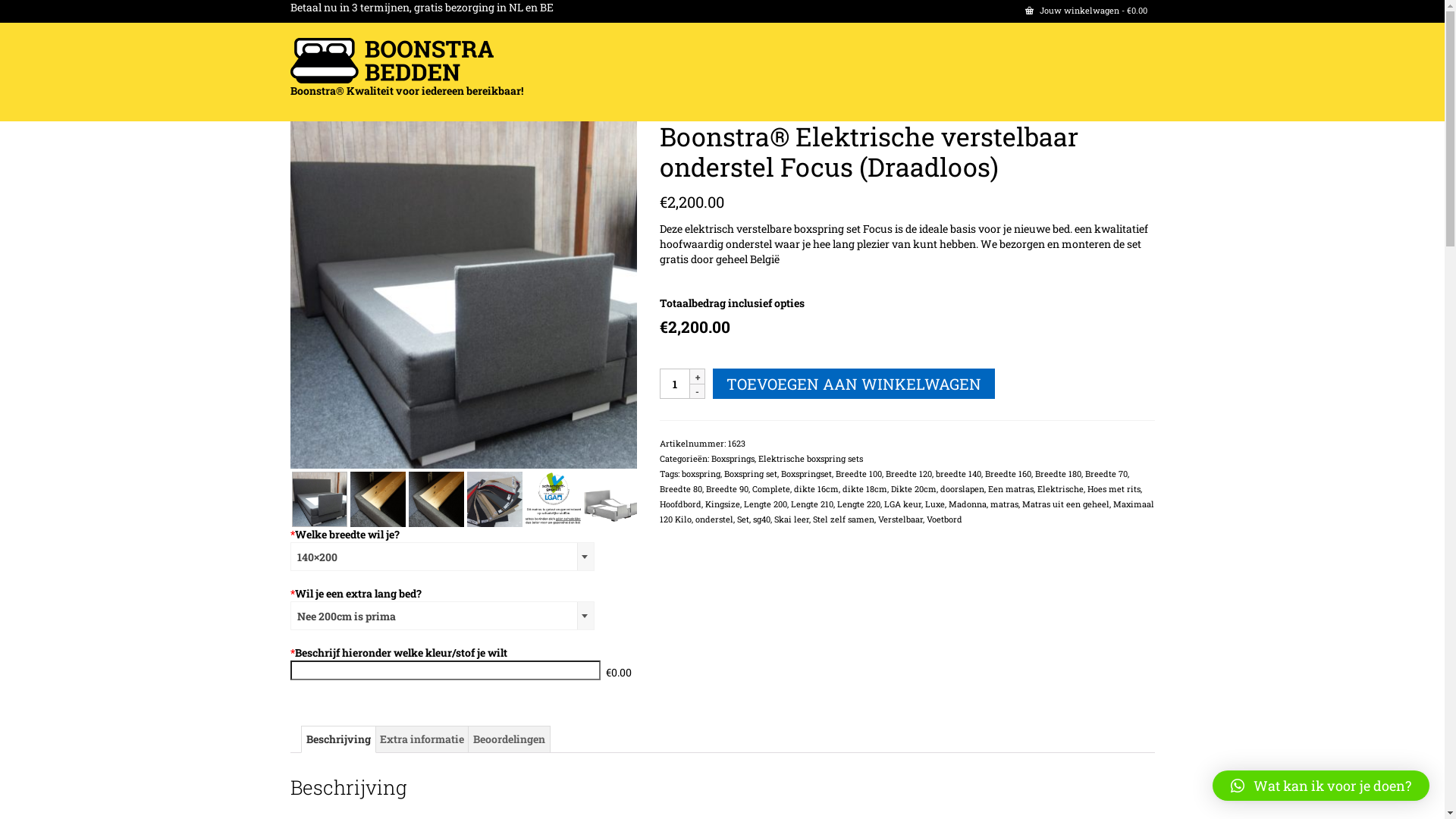 The image size is (1456, 819). What do you see at coordinates (1059, 488) in the screenshot?
I see `'Elektrische'` at bounding box center [1059, 488].